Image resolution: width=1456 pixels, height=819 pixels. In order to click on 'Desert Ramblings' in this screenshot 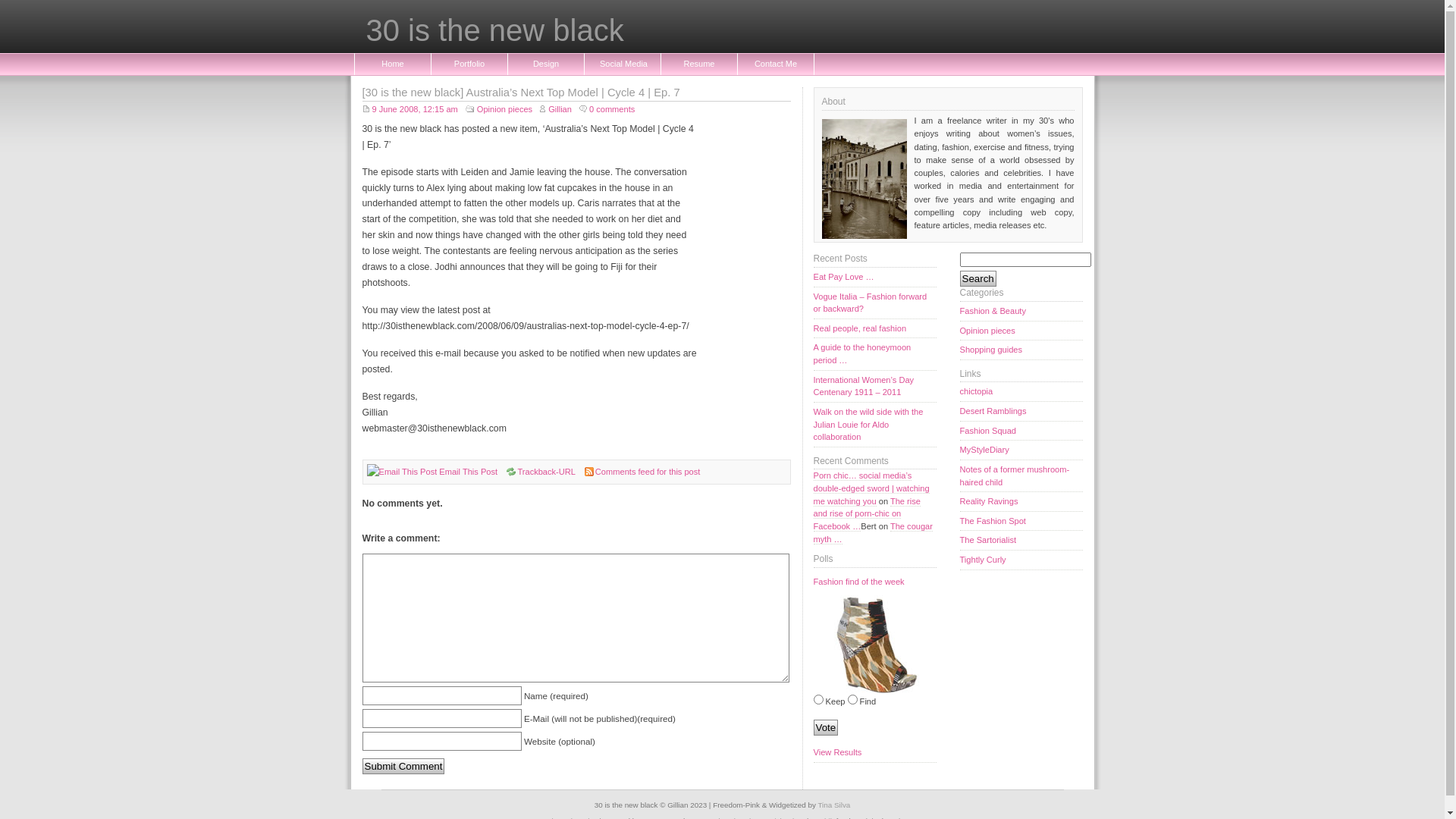, I will do `click(1021, 412)`.